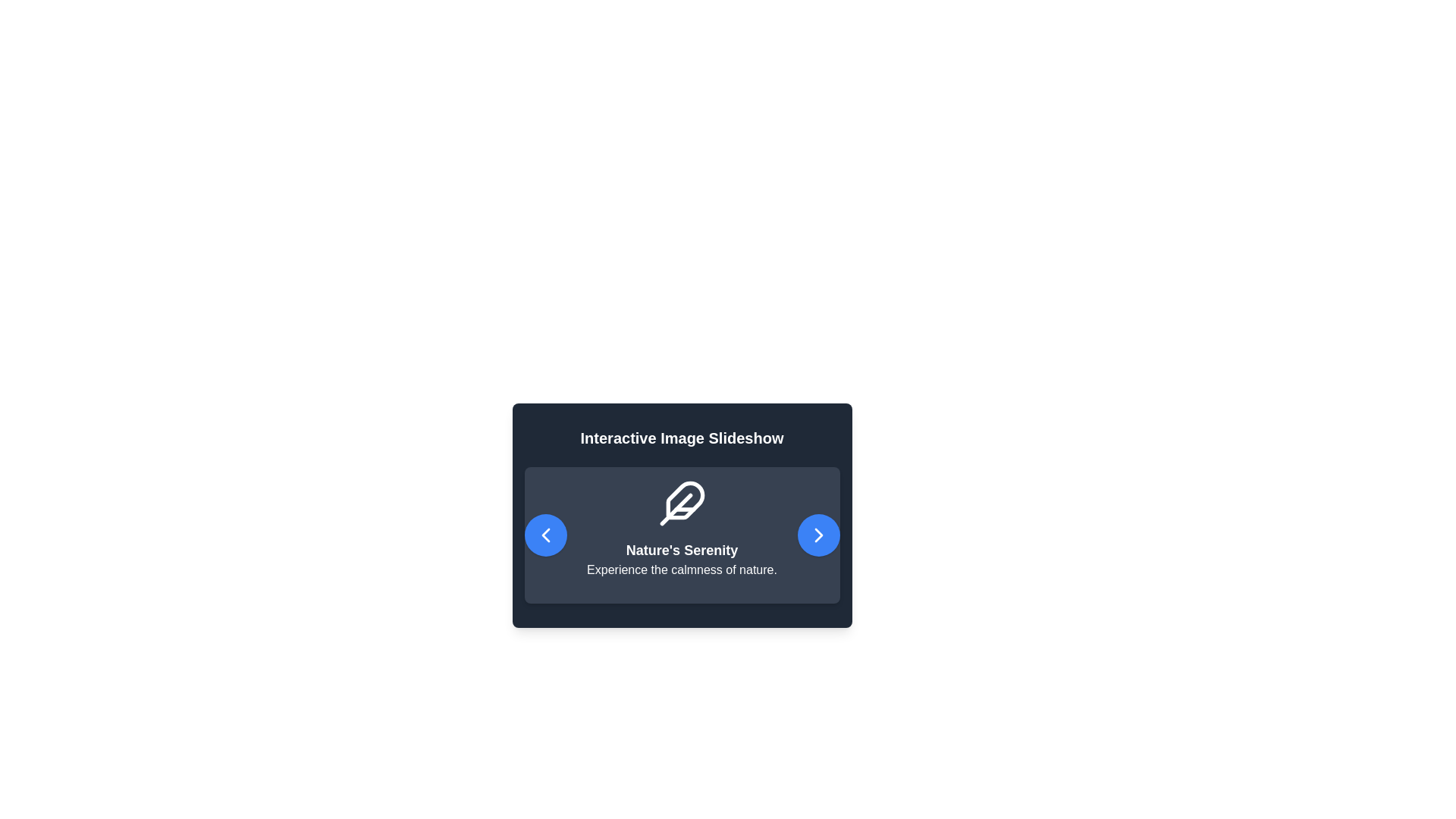 This screenshot has width=1456, height=819. I want to click on the decorative icon representing themes of nature, calmness, or creativity, which is centrally positioned above the headline 'Nature's Serenity', so click(681, 503).